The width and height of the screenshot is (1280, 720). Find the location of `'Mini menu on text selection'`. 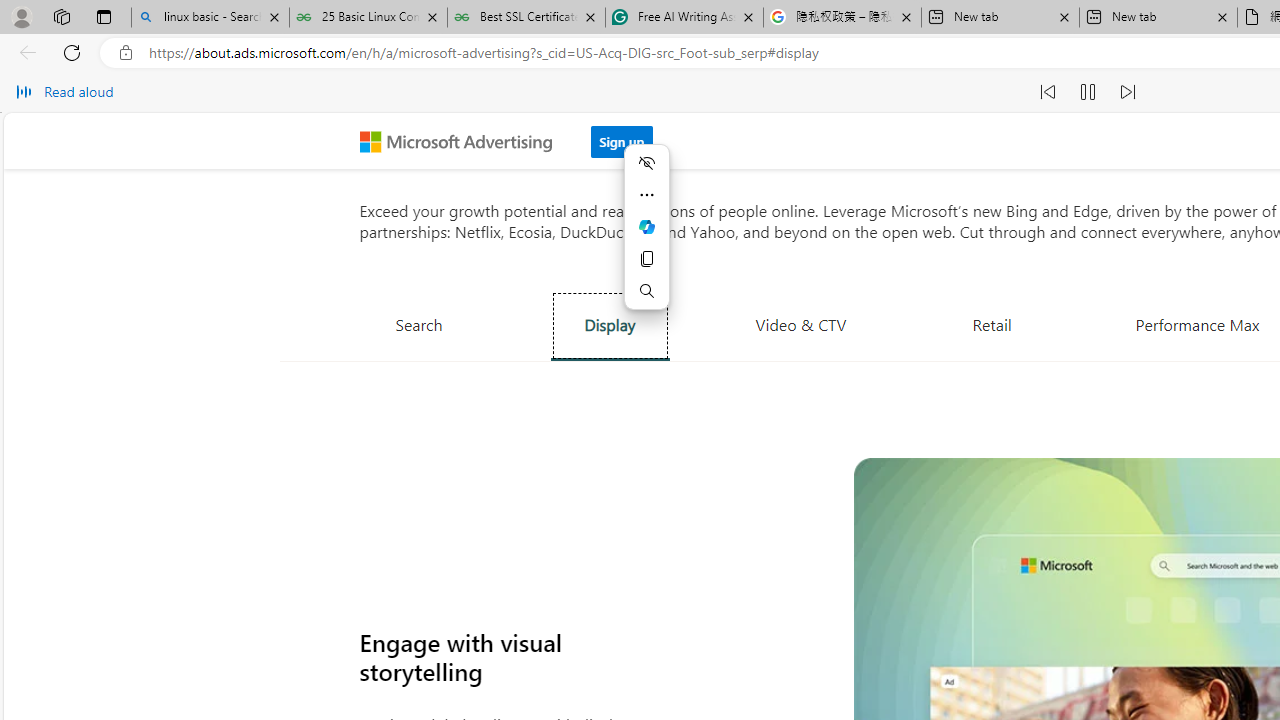

'Mini menu on text selection' is located at coordinates (647, 225).